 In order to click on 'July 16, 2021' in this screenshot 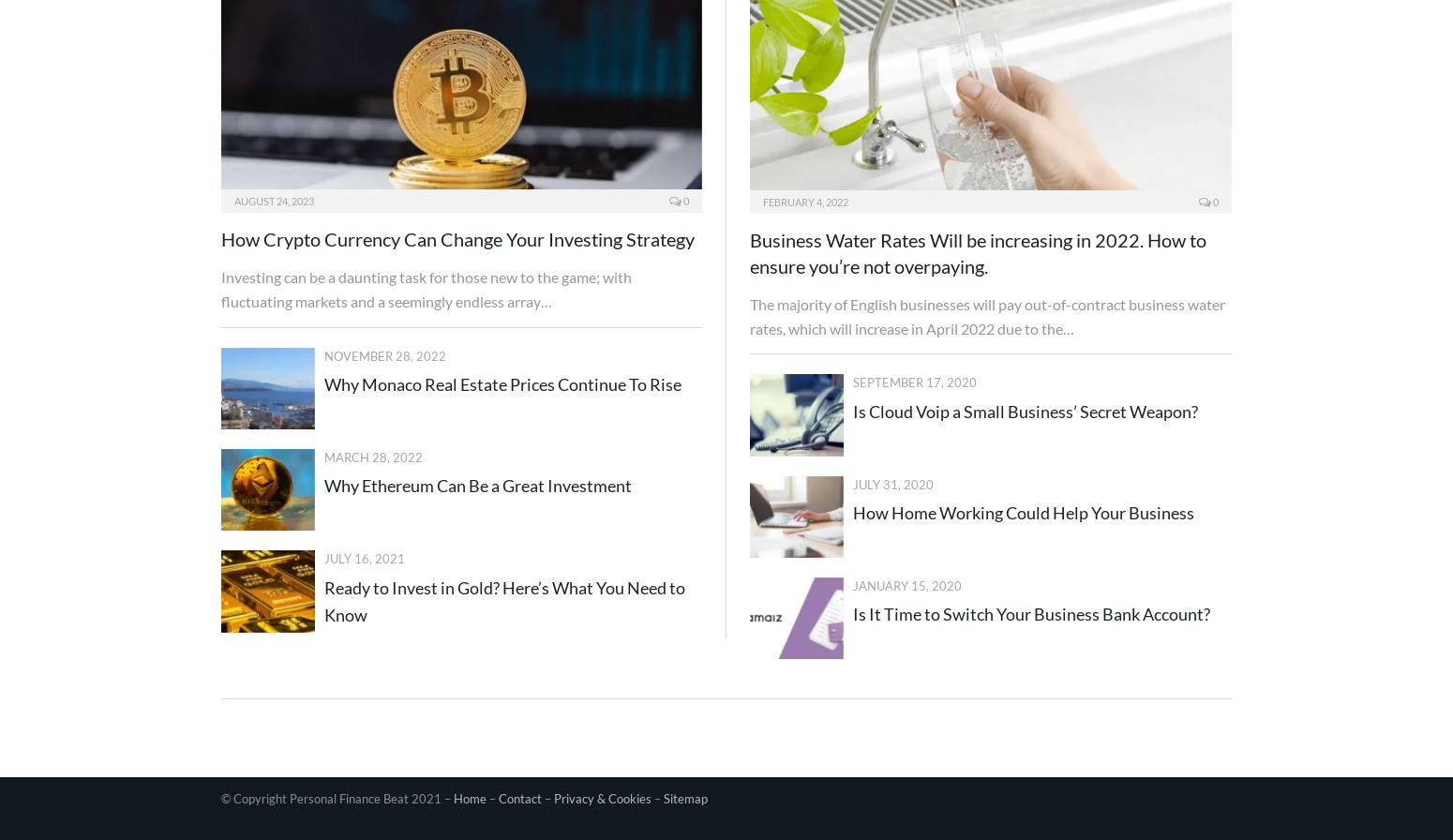, I will do `click(365, 559)`.